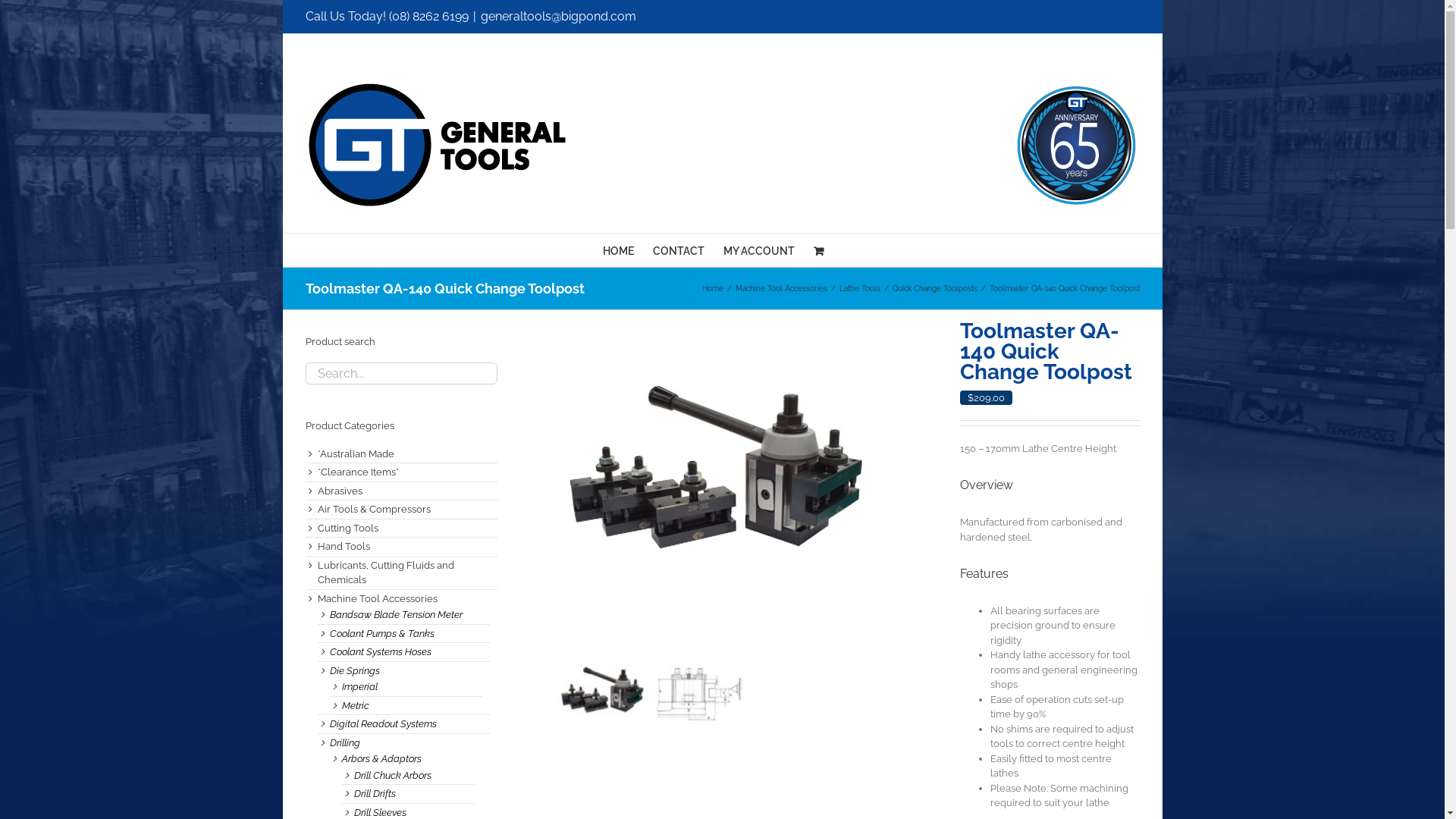 This screenshot has width=1456, height=819. I want to click on '*Australian Made', so click(354, 453).